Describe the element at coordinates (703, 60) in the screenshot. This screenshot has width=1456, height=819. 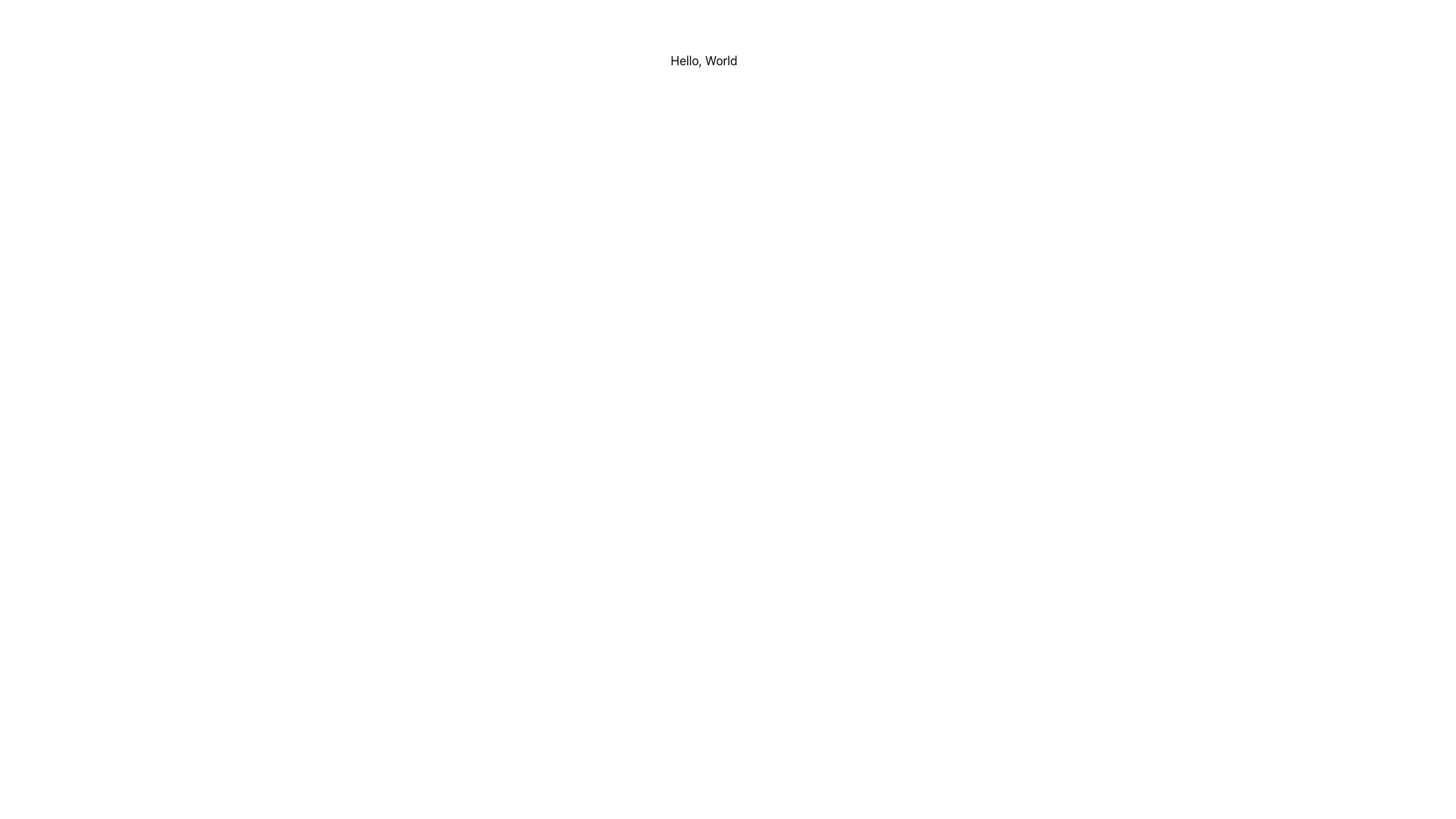
I see `the static text element that serves as a title or informational display, located near the top of the layout` at that location.